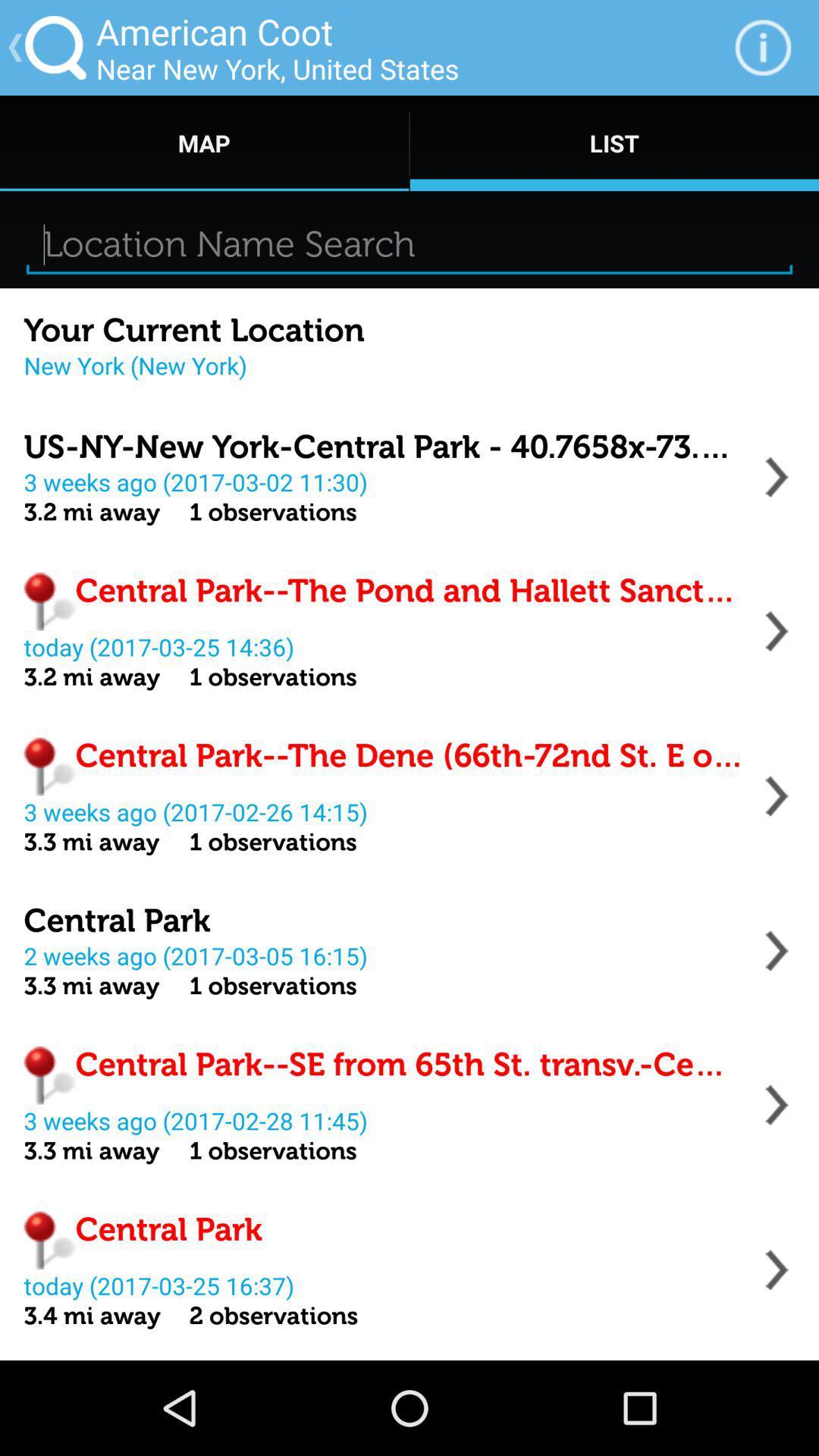 The image size is (819, 1456). What do you see at coordinates (383, 446) in the screenshot?
I see `us ny new icon` at bounding box center [383, 446].